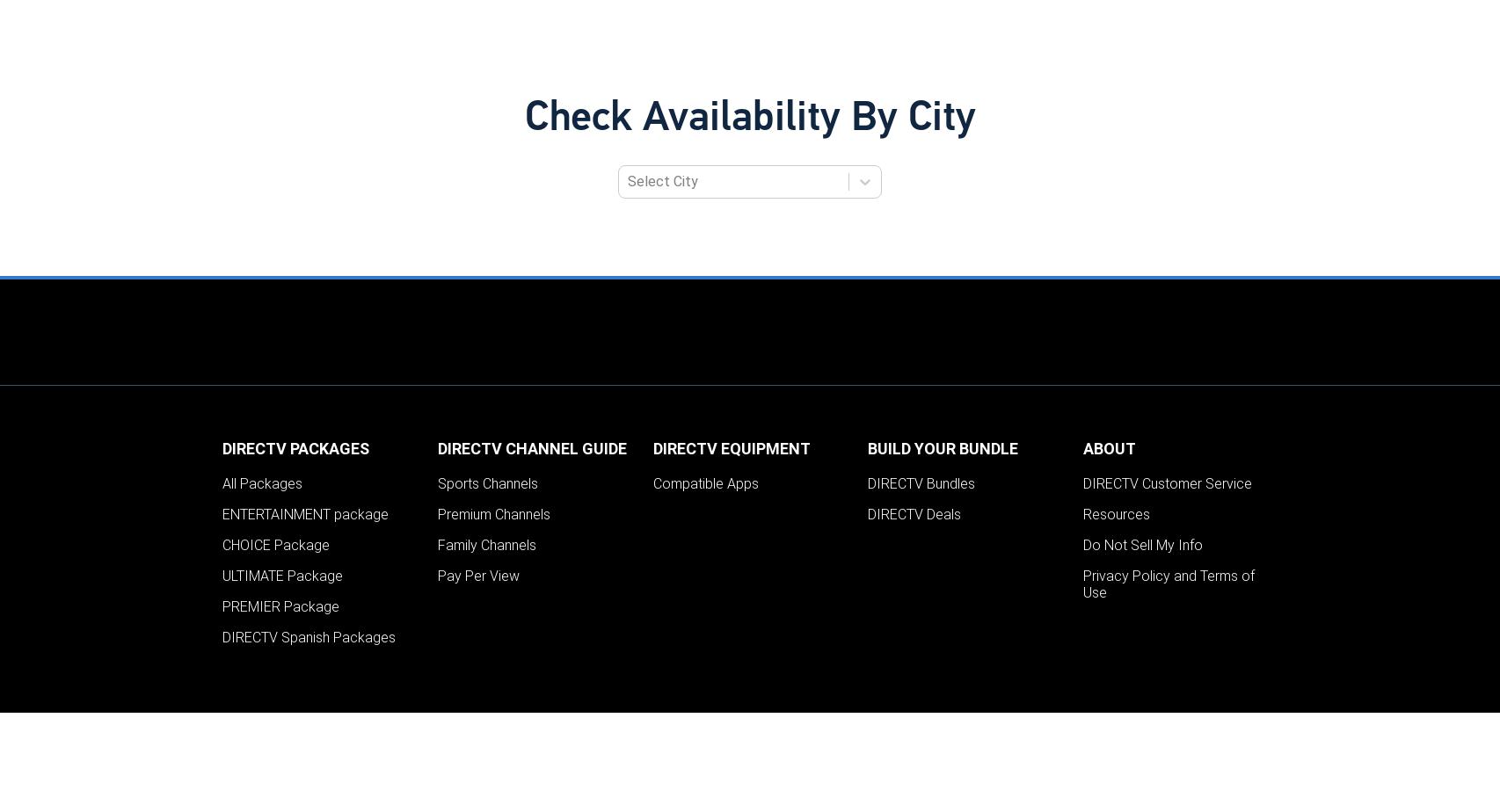 The width and height of the screenshot is (1500, 812). What do you see at coordinates (748, 118) in the screenshot?
I see `'Check Availability By City'` at bounding box center [748, 118].